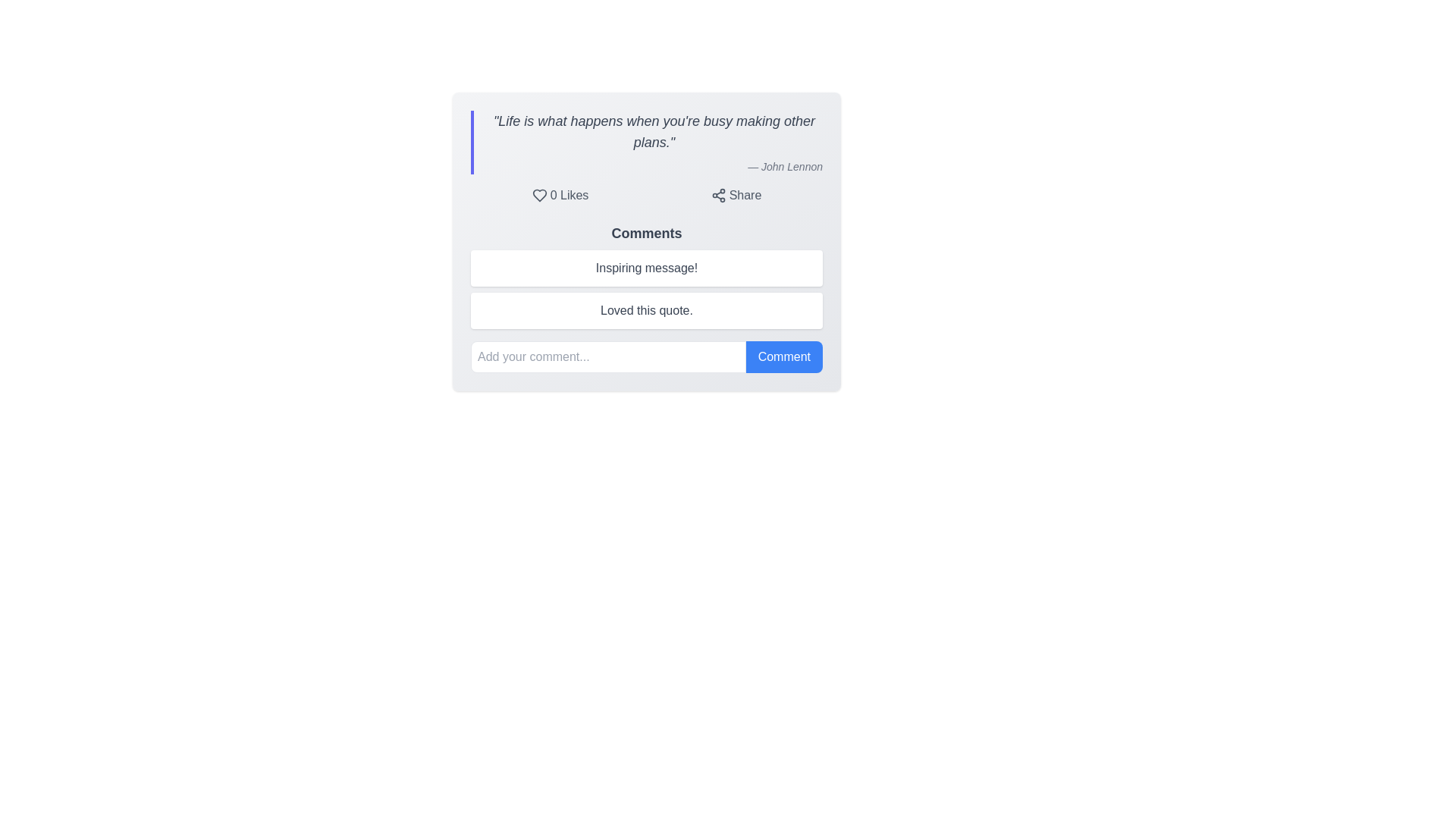 This screenshot has height=819, width=1456. I want to click on the rectangular text box with a white background containing the text 'Loved this quote.' which is styled in gray and is located under the 'Comments' section, so click(647, 309).